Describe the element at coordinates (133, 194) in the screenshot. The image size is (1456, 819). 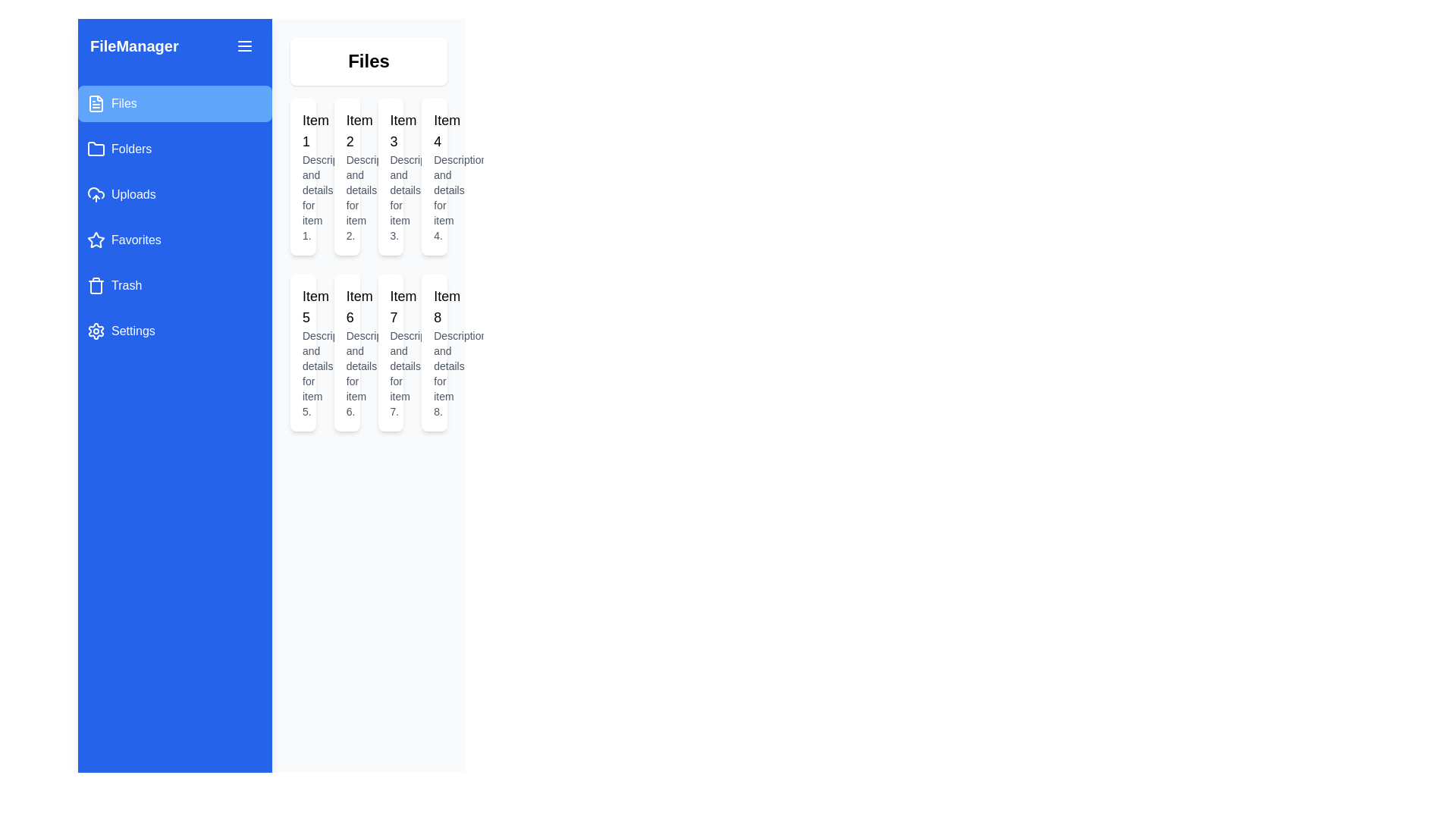
I see `the 'Uploads' text label in the navigation menu` at that location.